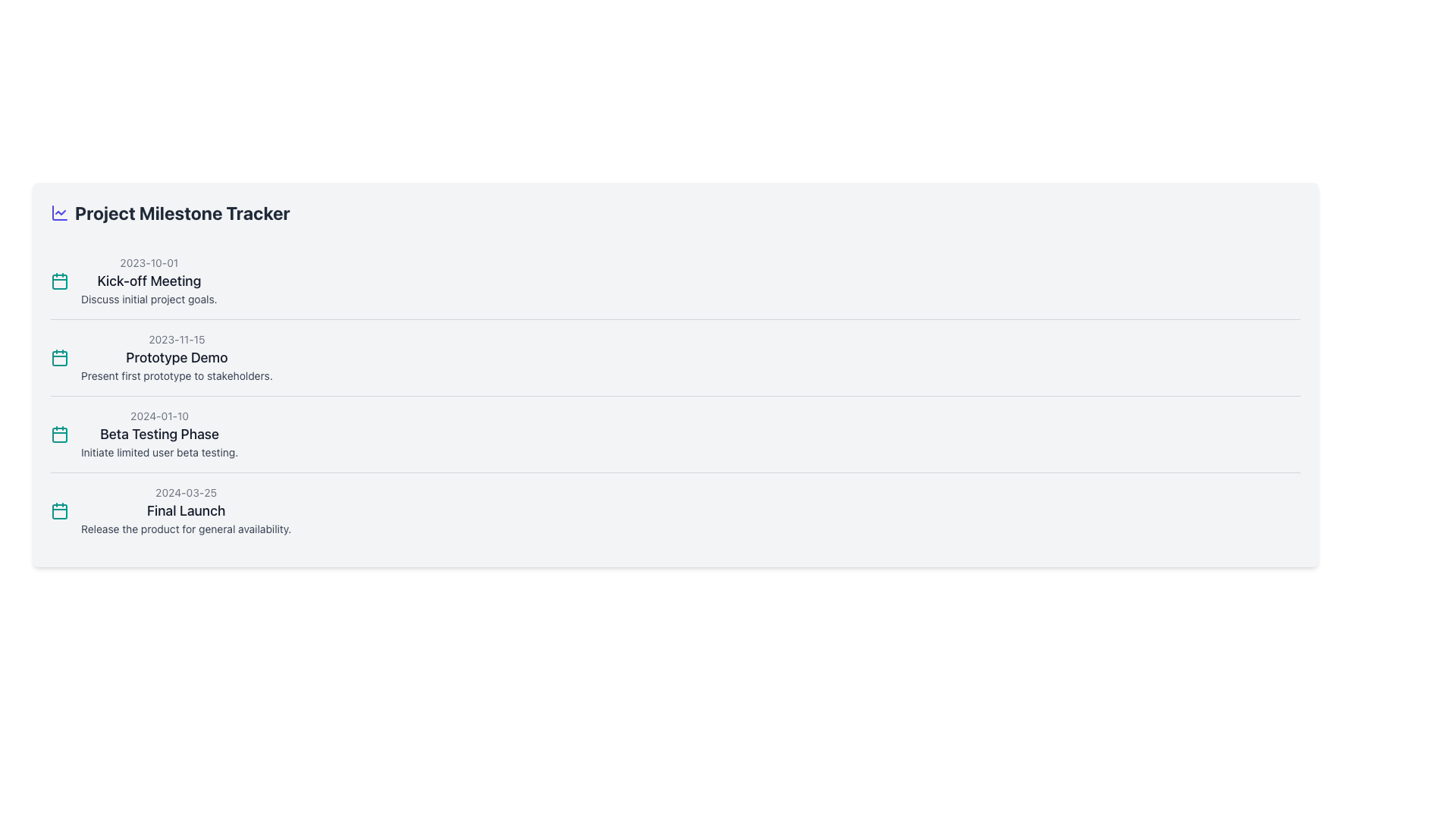 The height and width of the screenshot is (819, 1456). I want to click on the third item in the milestone list, which features the date '2024-01-10', the title 'Beta Testing Phase', and the explanation 'Initiate limited user beta testing.', so click(159, 435).